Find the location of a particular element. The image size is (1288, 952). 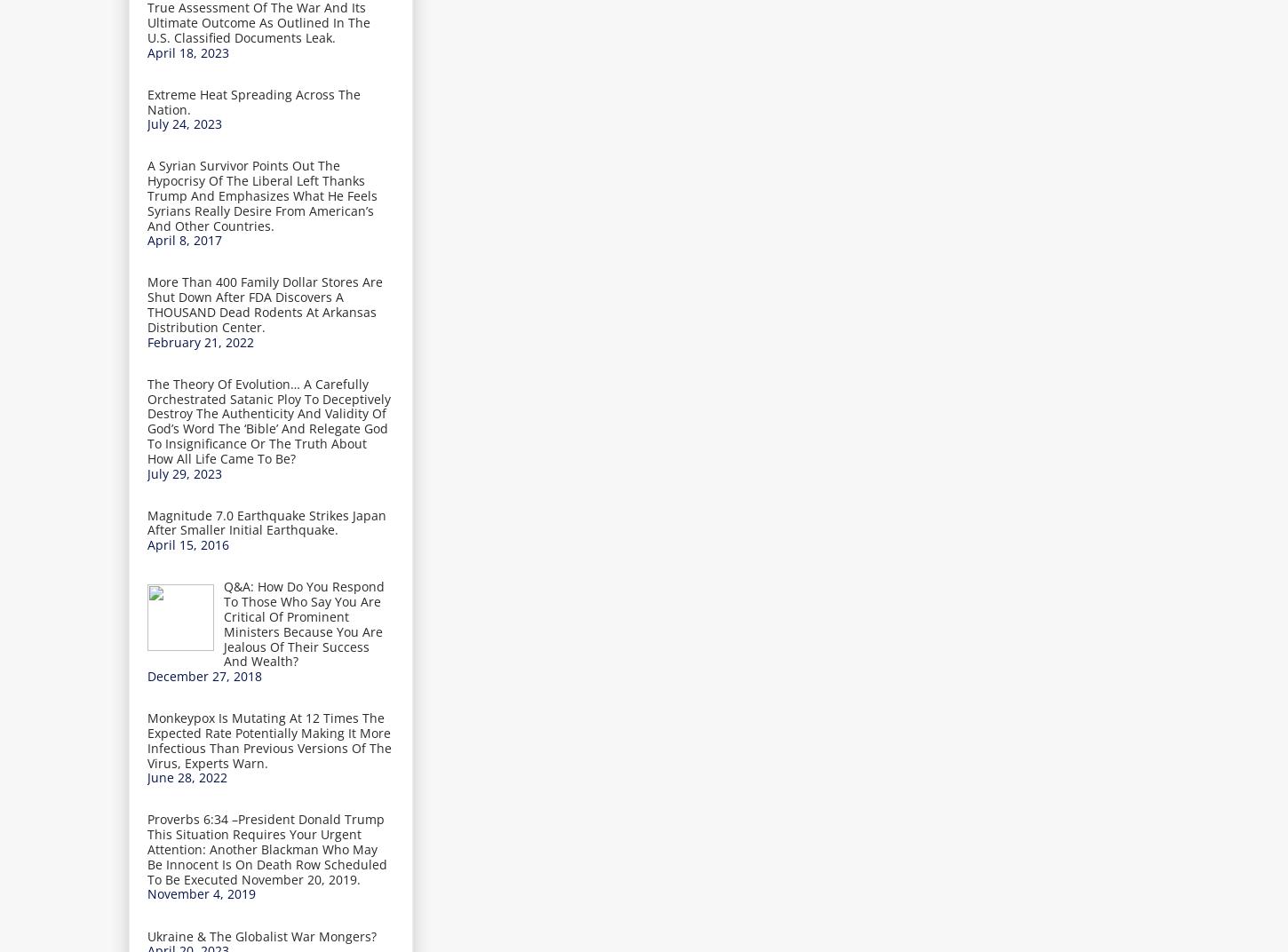

'Q&A: How Do You Respond To Those Who Say You Are Critical Of Prominent Ministers Because You Are Jealous Of Their Success And Wealth?' is located at coordinates (222, 623).